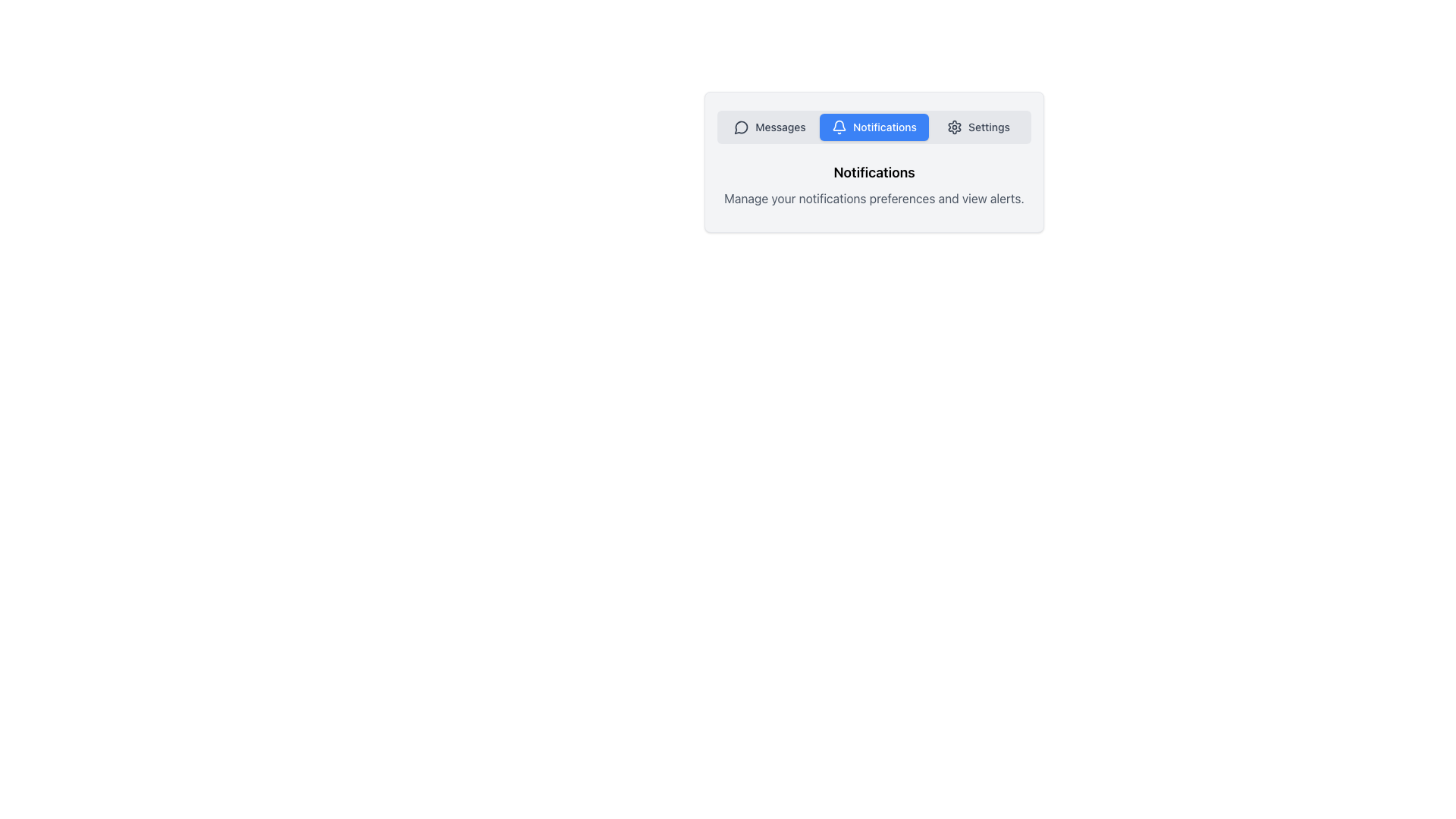 Image resolution: width=1456 pixels, height=819 pixels. Describe the element at coordinates (741, 127) in the screenshot. I see `speech bubble icon located in the notification settings interface, which is visually represented as a hollow outlined shape with a tail-like design` at that location.